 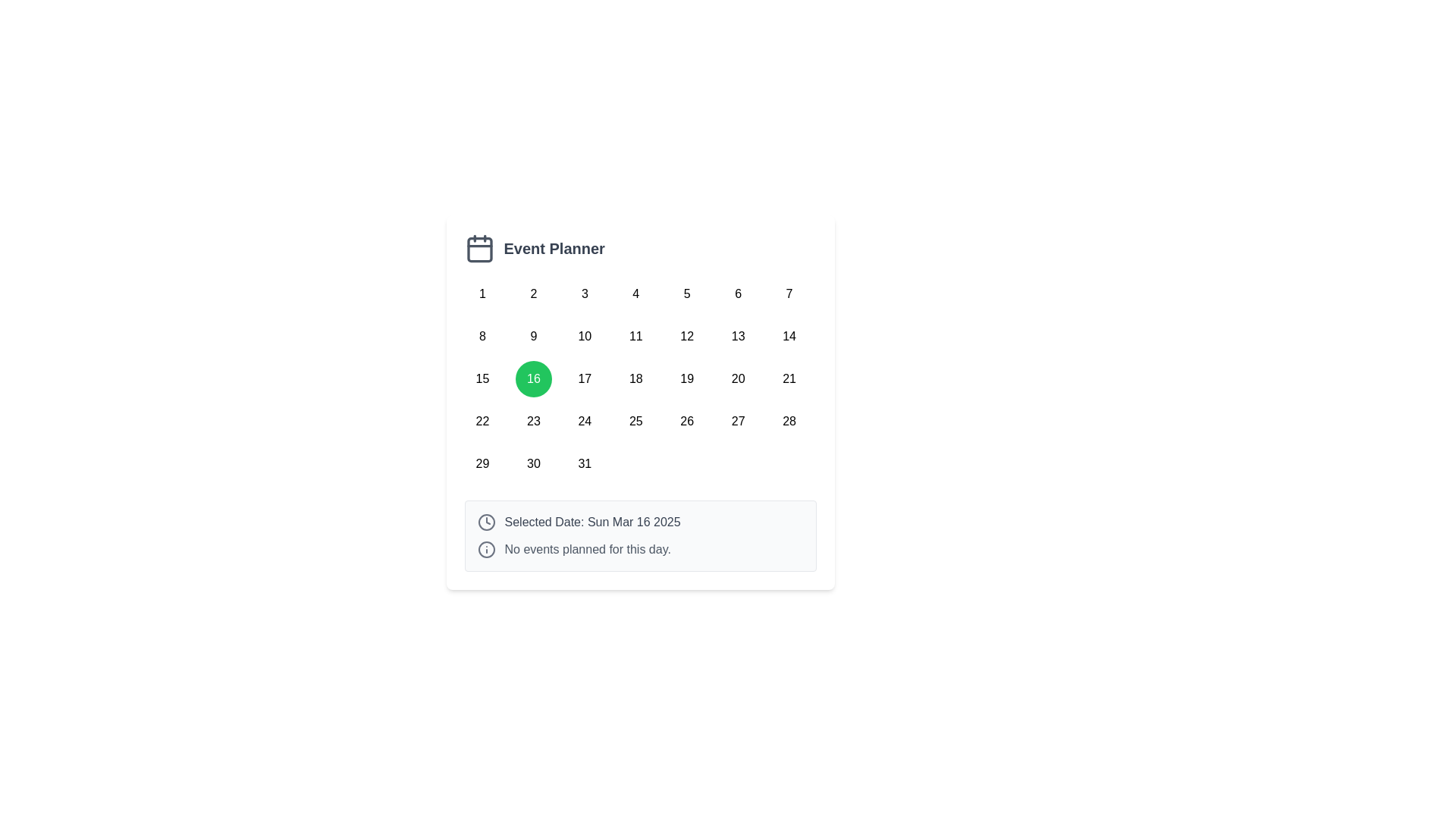 What do you see at coordinates (533, 335) in the screenshot?
I see `the calendar date button located in the second row and second column of the calendar grid` at bounding box center [533, 335].